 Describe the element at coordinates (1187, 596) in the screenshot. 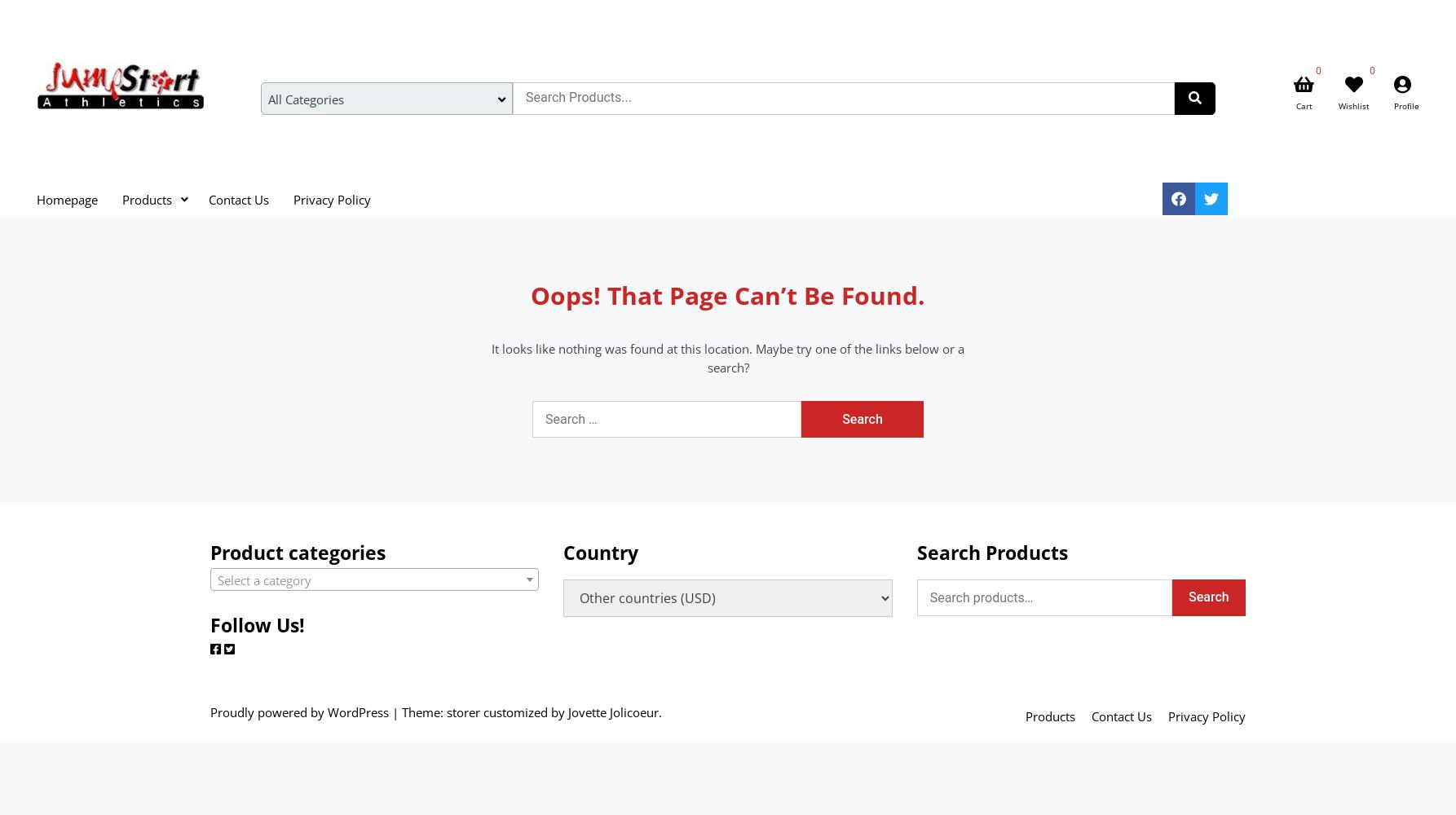

I see `'Search'` at that location.